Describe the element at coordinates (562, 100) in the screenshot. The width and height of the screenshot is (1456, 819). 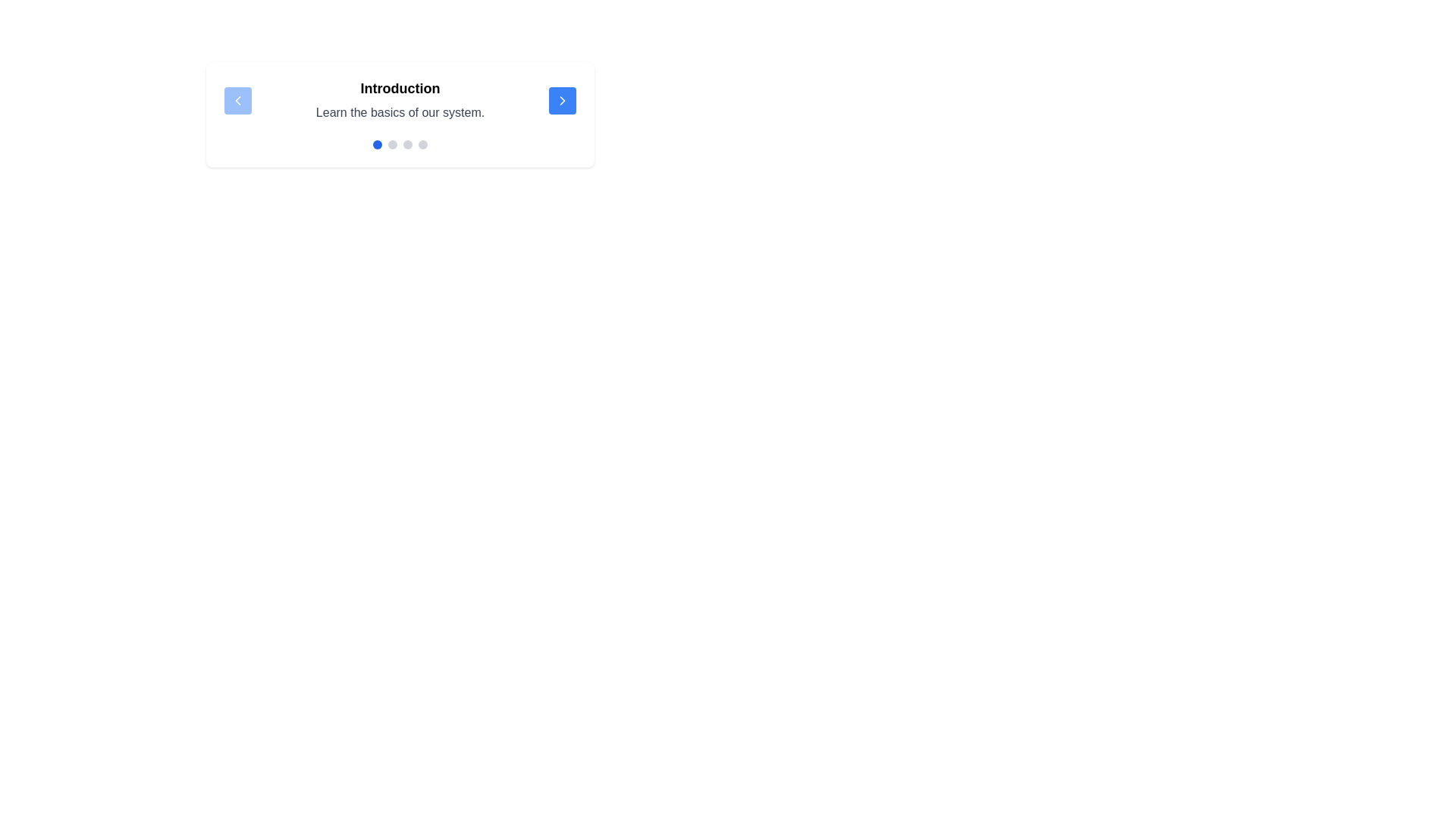
I see `the small blue button with rounded edges and an arrow icon pointing to the right` at that location.